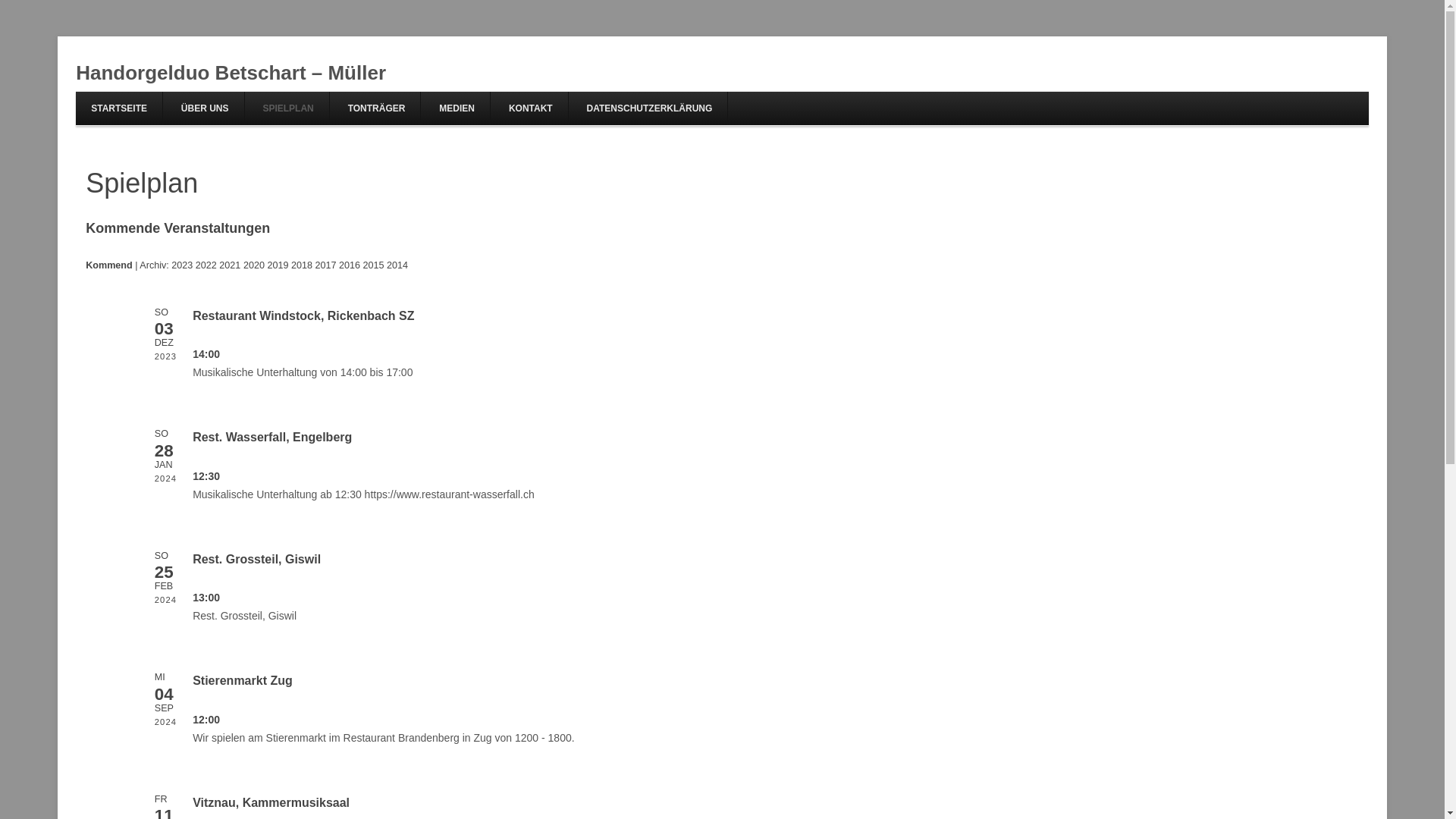 This screenshot has height=819, width=1456. I want to click on 'SPIELPLAN', so click(247, 107).